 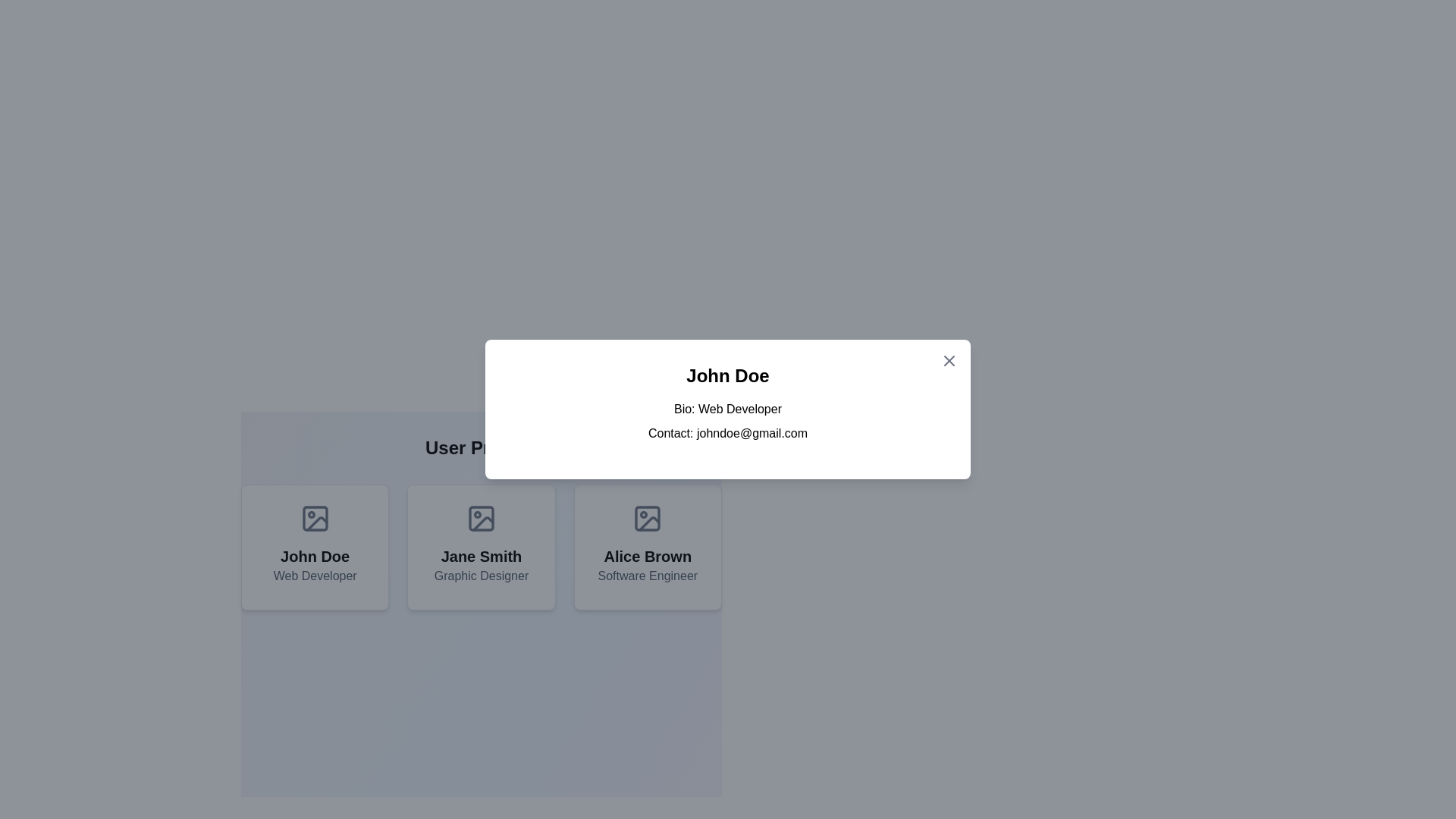 I want to click on the icon representing 'Jane Smith' in the 'User Profiles' section, which is the second icon among three profile cards, so click(x=480, y=517).